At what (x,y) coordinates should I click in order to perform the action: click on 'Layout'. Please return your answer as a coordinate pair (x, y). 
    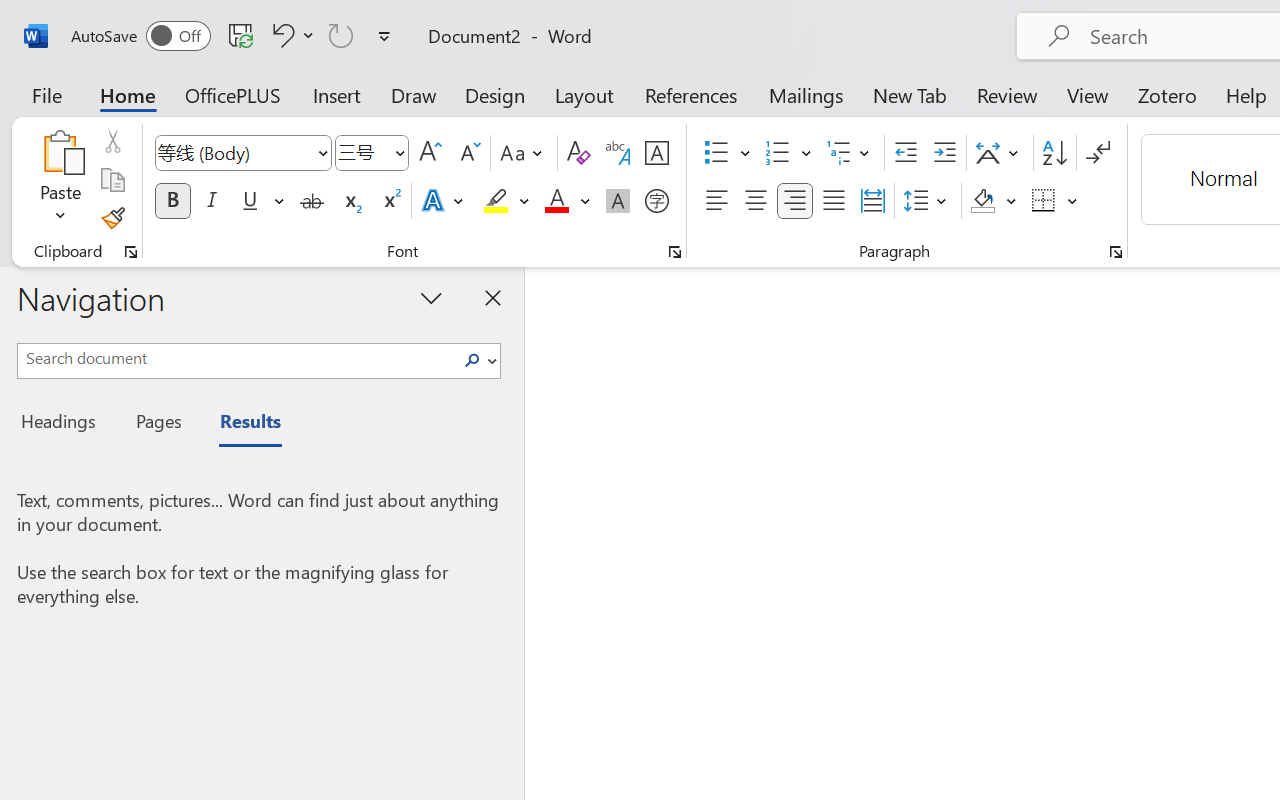
    Looking at the image, I should click on (583, 94).